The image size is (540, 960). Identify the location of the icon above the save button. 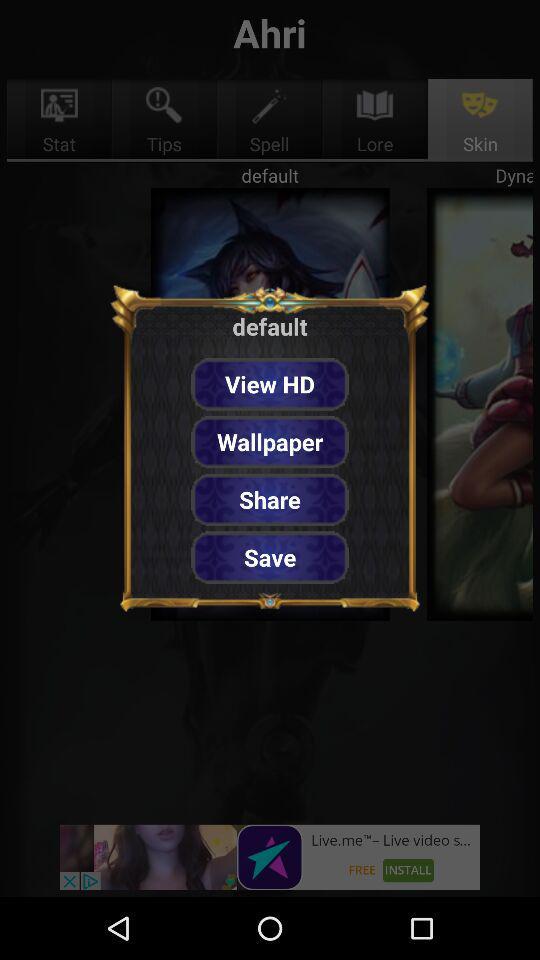
(270, 498).